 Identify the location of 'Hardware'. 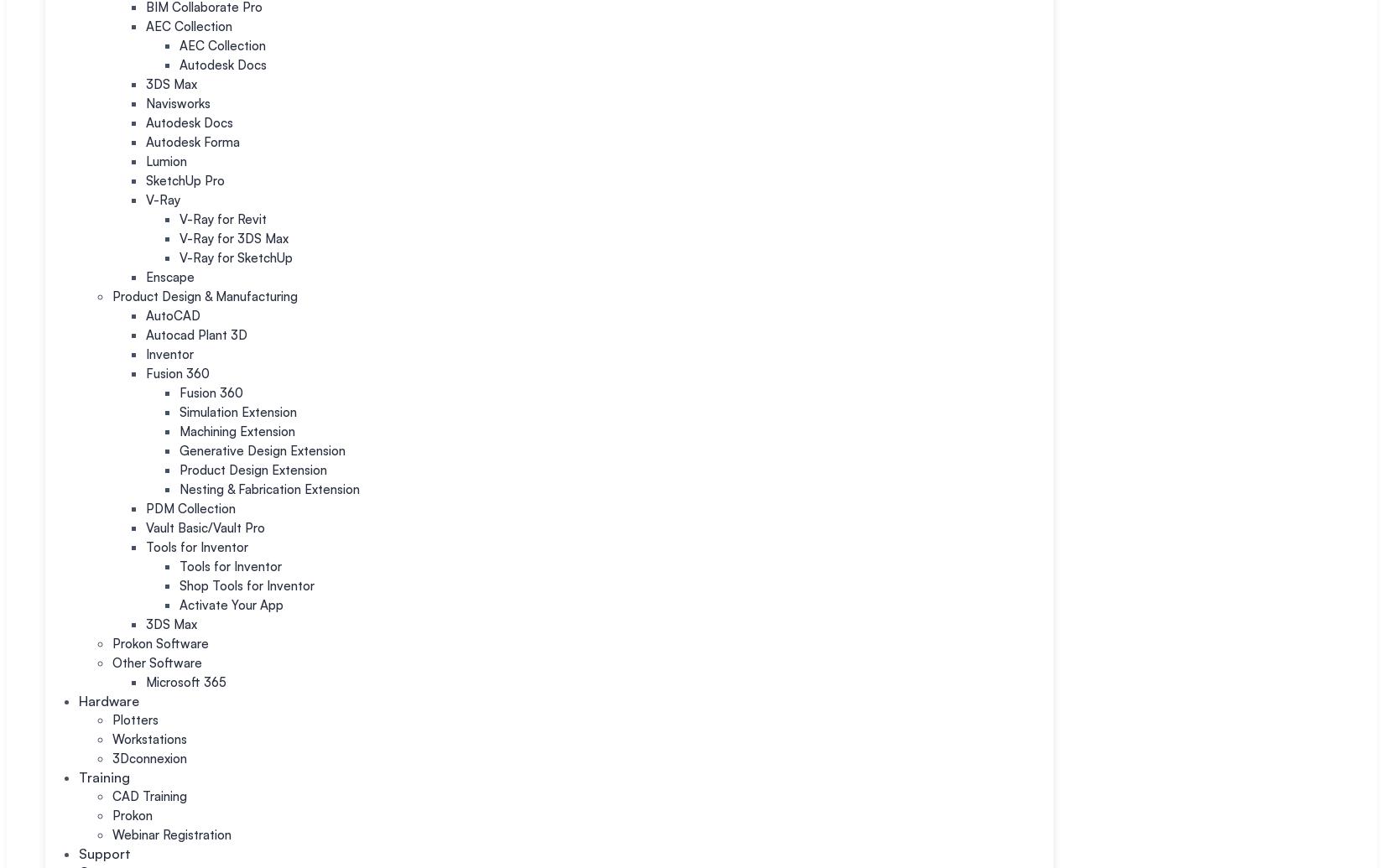
(109, 699).